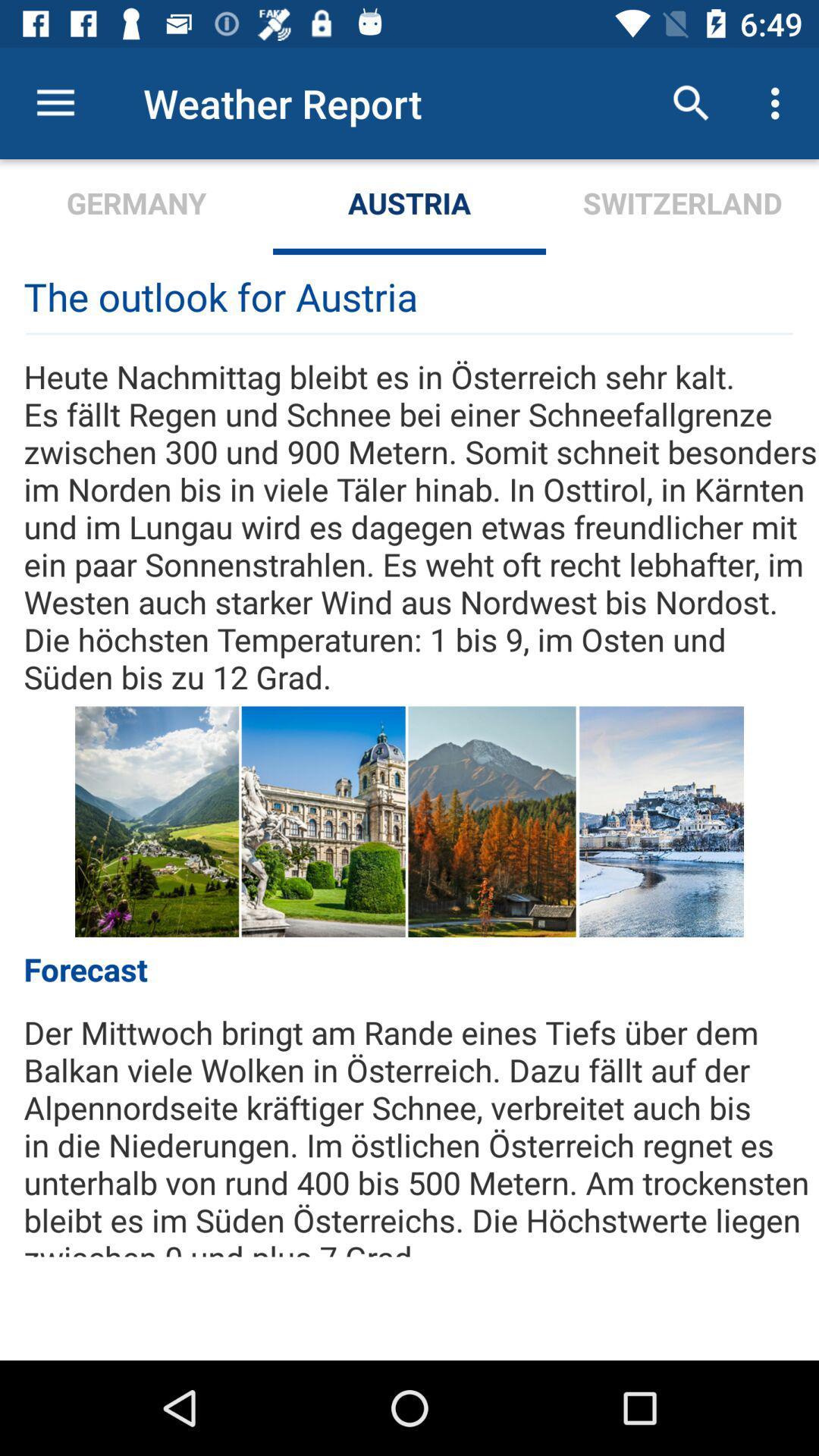  I want to click on the item next to the austria, so click(136, 206).